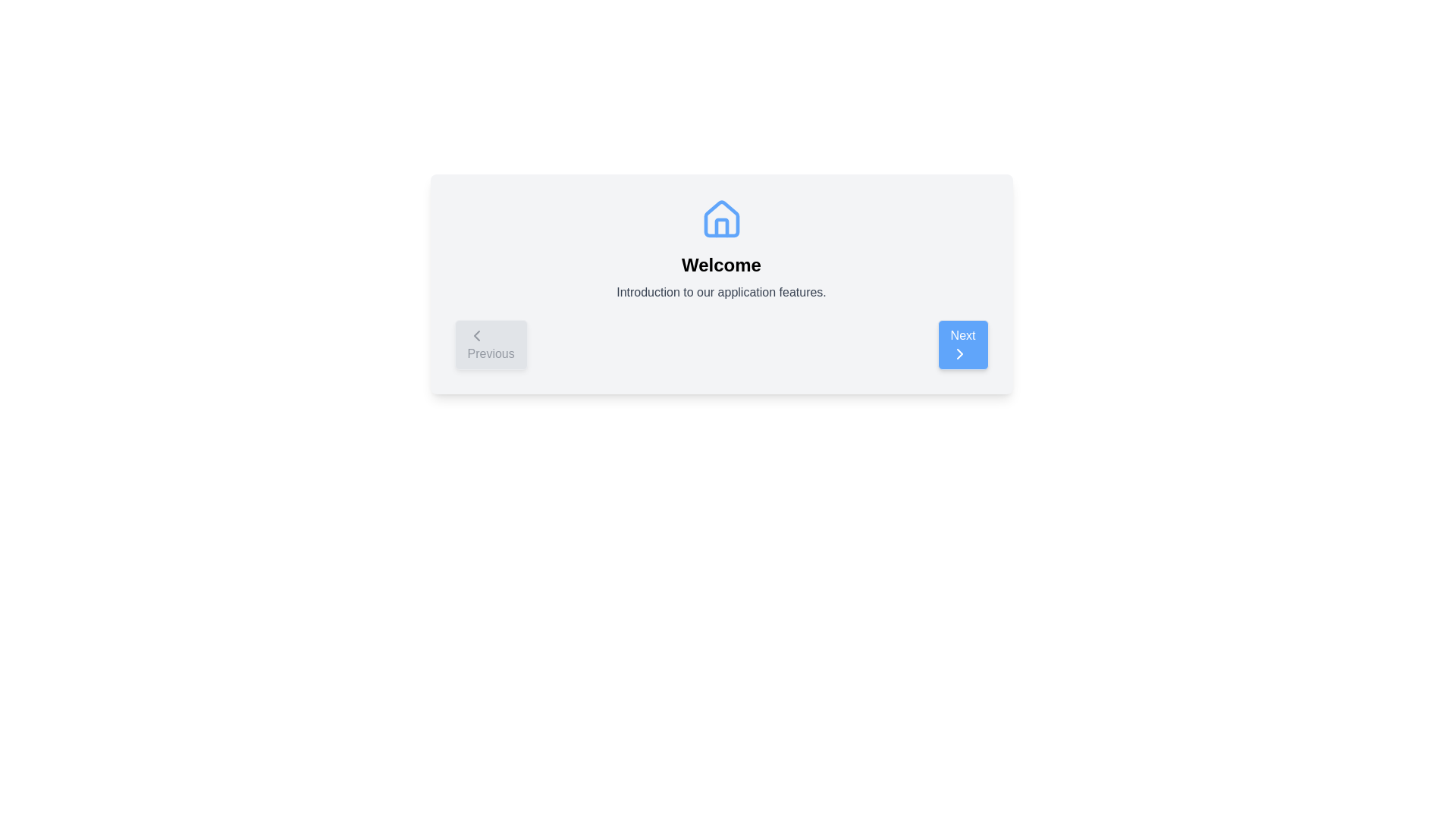  What do you see at coordinates (959, 353) in the screenshot?
I see `the 'Next' button located in the lower right area of a white card section` at bounding box center [959, 353].